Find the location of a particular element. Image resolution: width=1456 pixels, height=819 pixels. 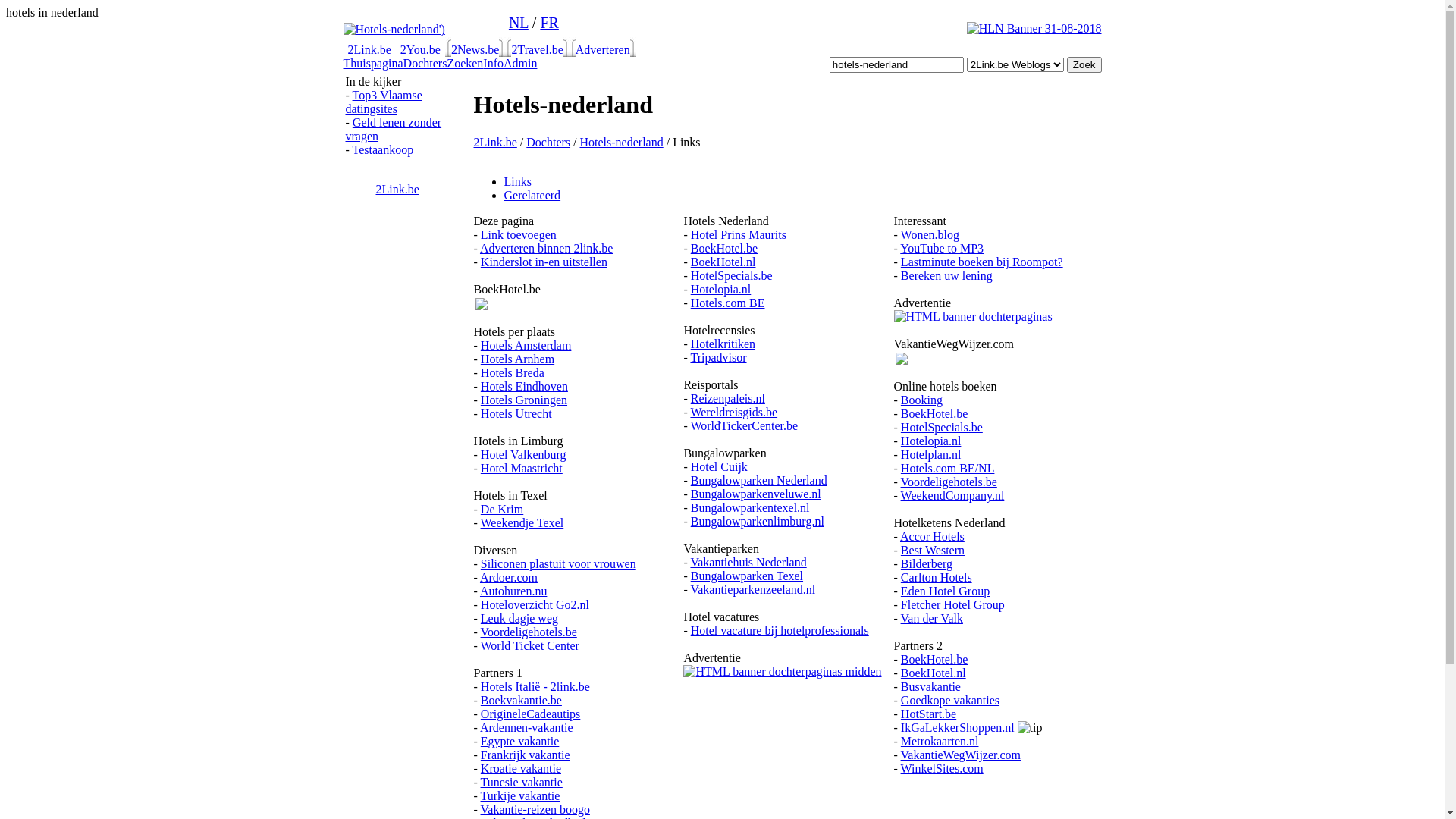

'Hotelkritiken' is located at coordinates (722, 344).